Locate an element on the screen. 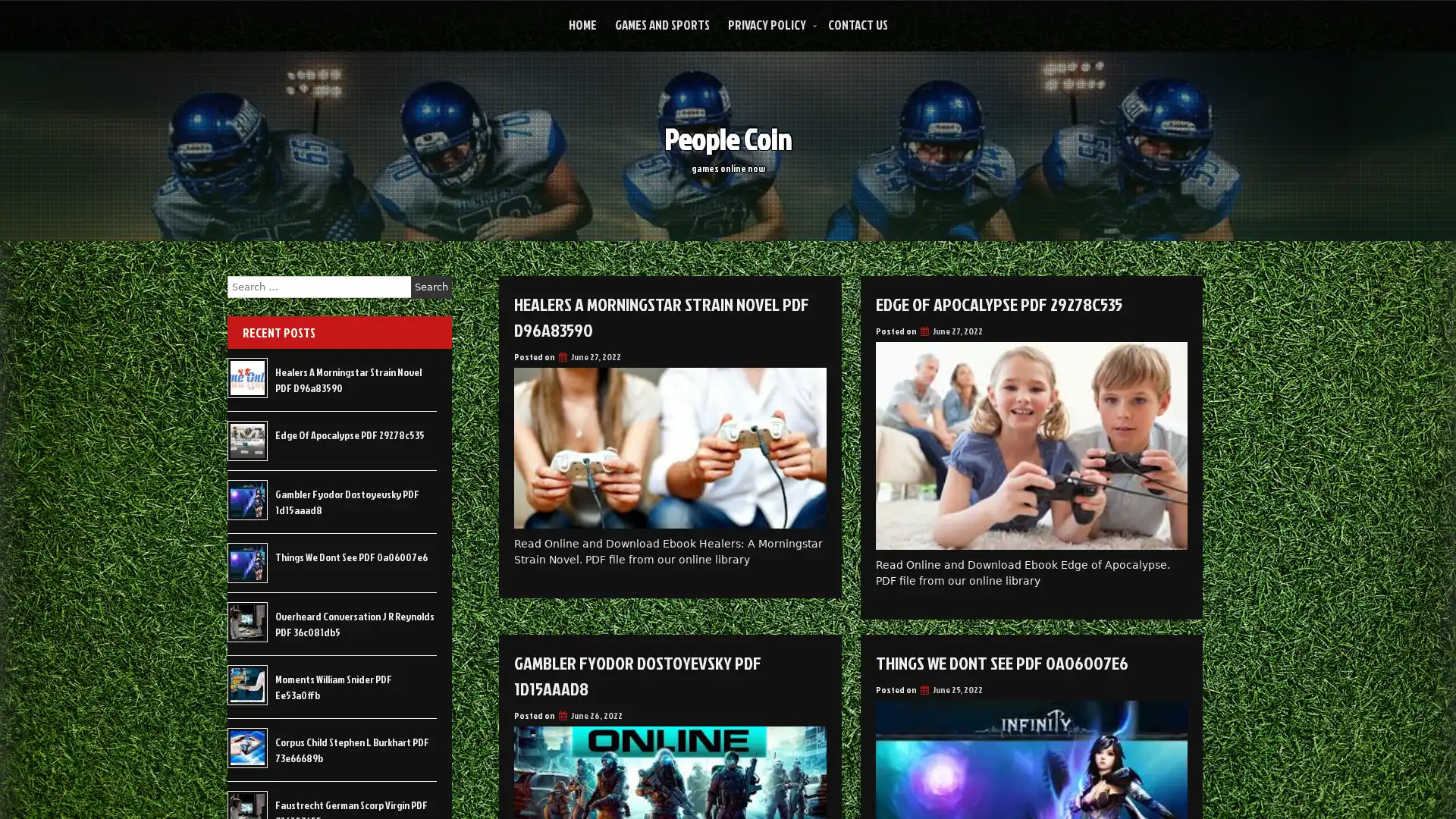 This screenshot has width=1456, height=819. Search is located at coordinates (431, 287).